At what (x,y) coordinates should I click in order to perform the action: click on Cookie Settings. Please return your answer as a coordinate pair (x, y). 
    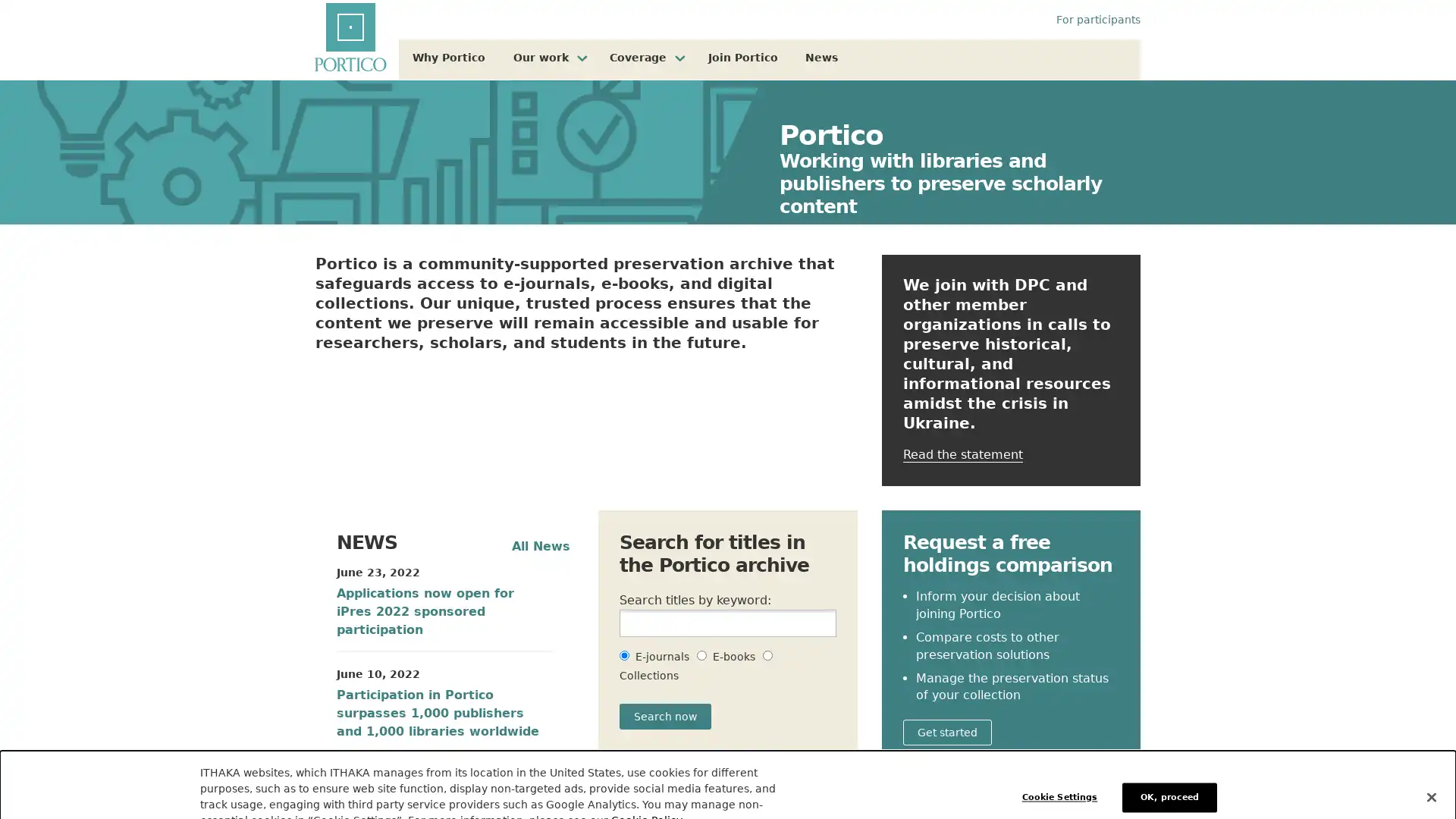
    Looking at the image, I should click on (1062, 770).